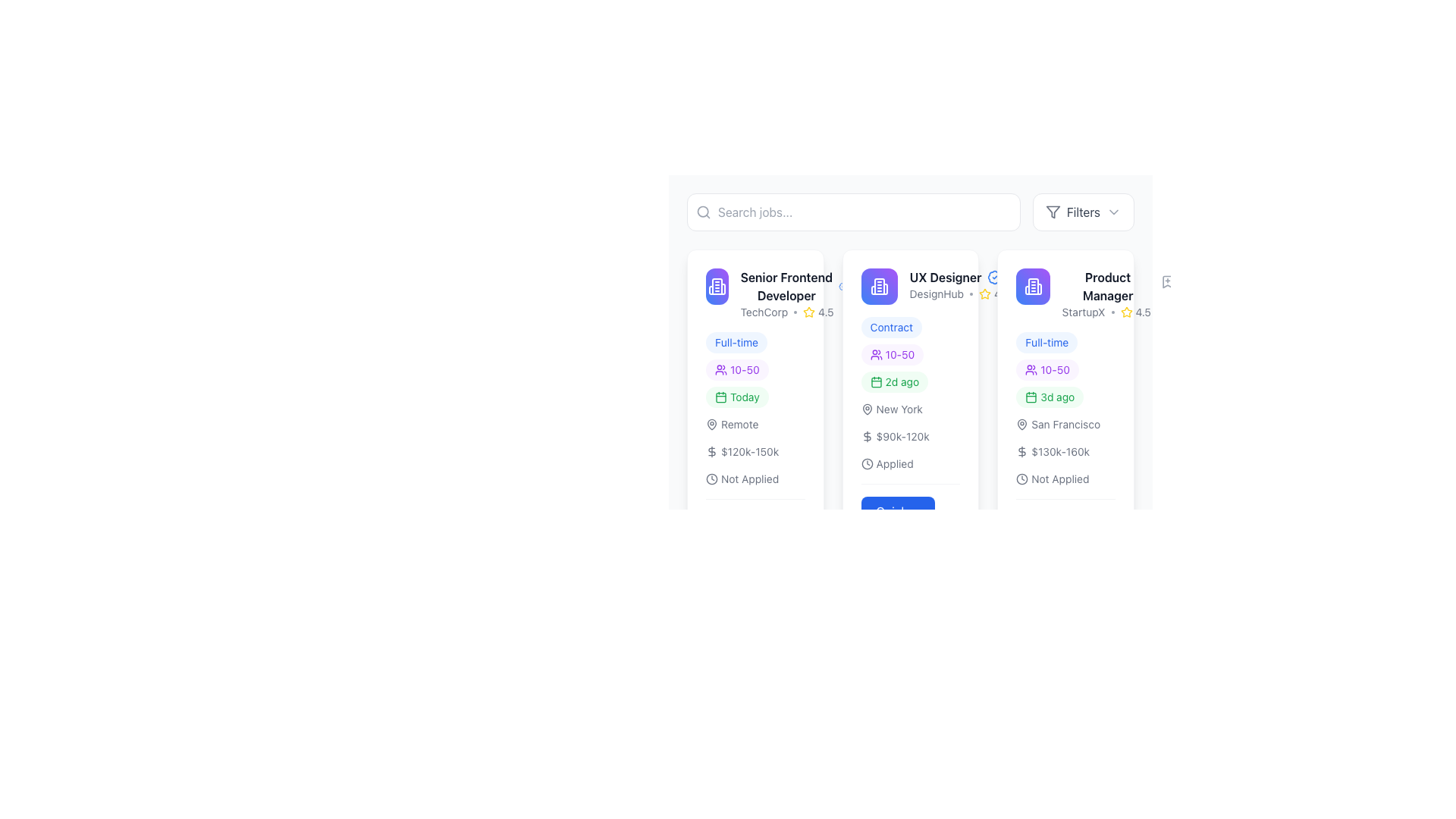  I want to click on the magnifying glass icon located inside the search bar, positioned to the left of the 'Search jobs...' placeholder text, so click(702, 212).